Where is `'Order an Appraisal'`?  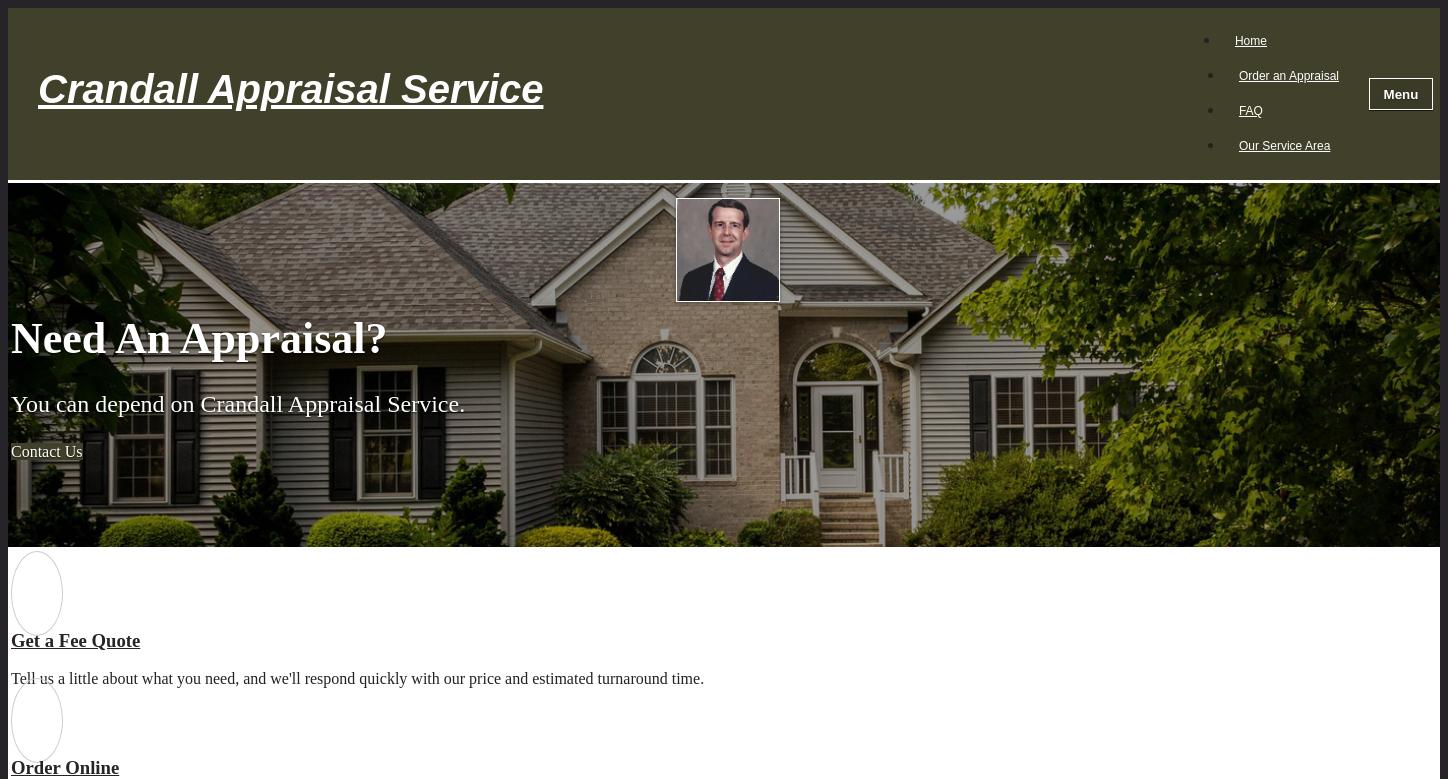 'Order an Appraisal' is located at coordinates (1288, 76).